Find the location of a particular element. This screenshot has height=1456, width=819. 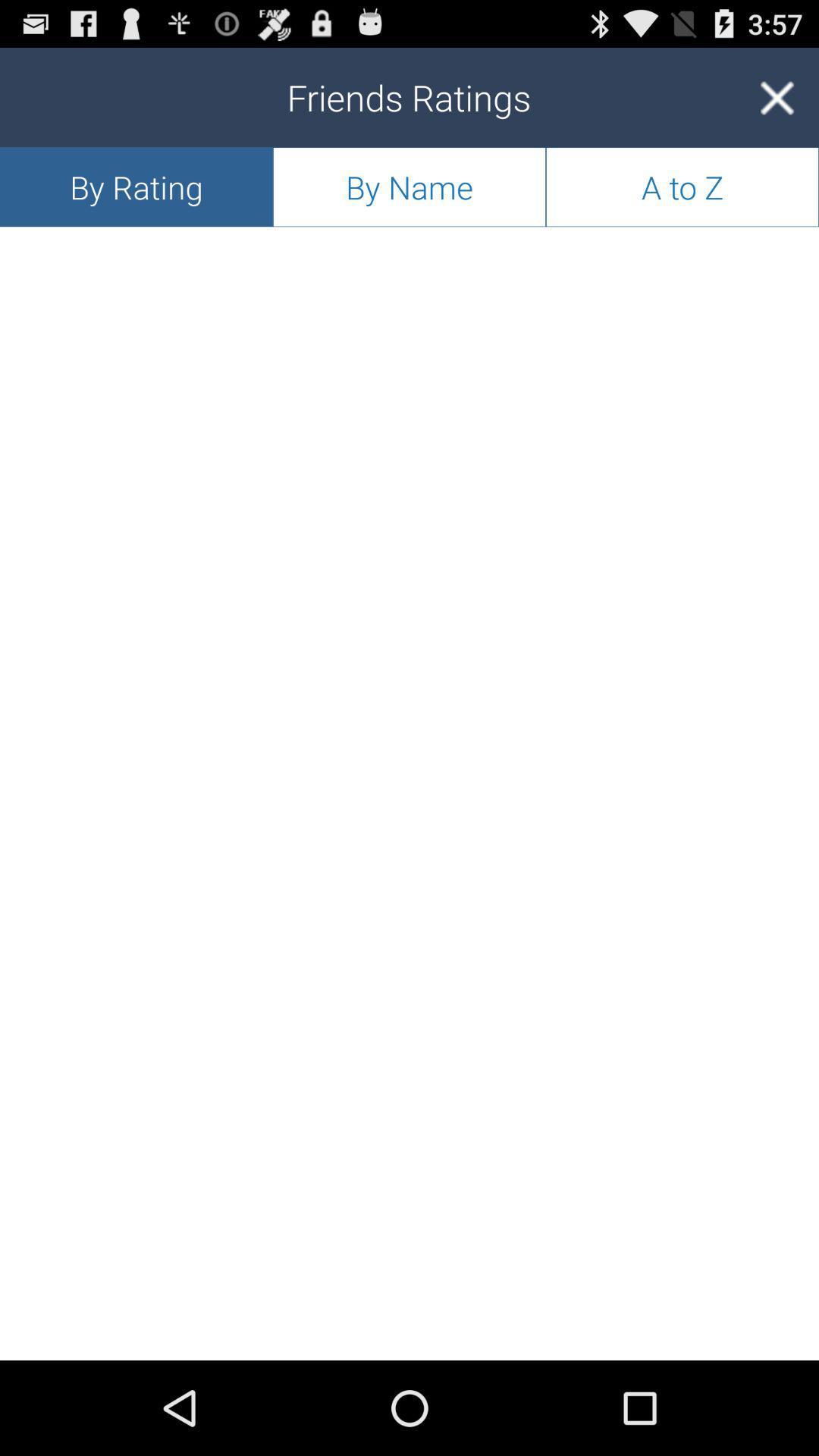

app to the left of the a to z app is located at coordinates (409, 186).